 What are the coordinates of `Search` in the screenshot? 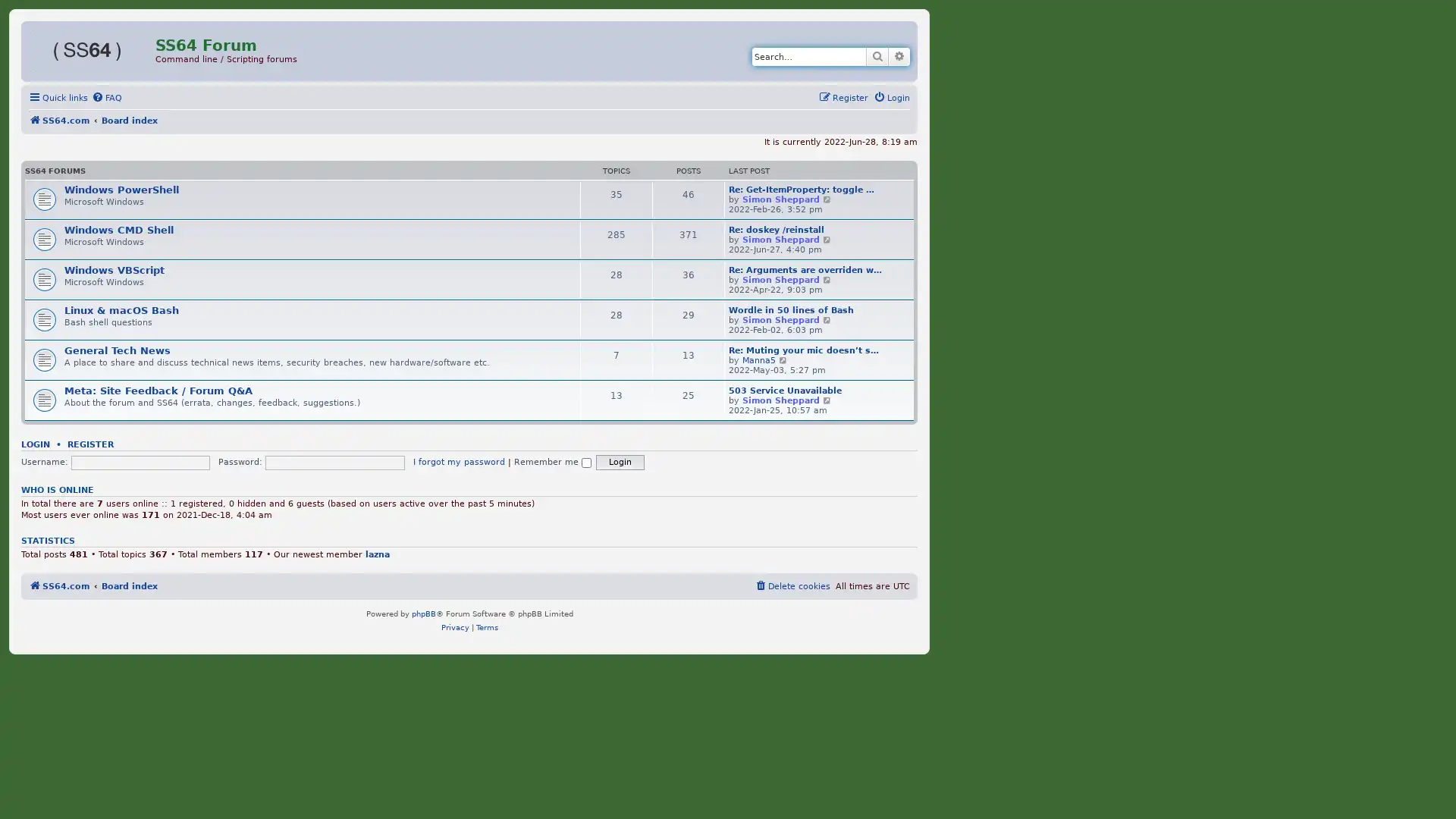 It's located at (877, 55).